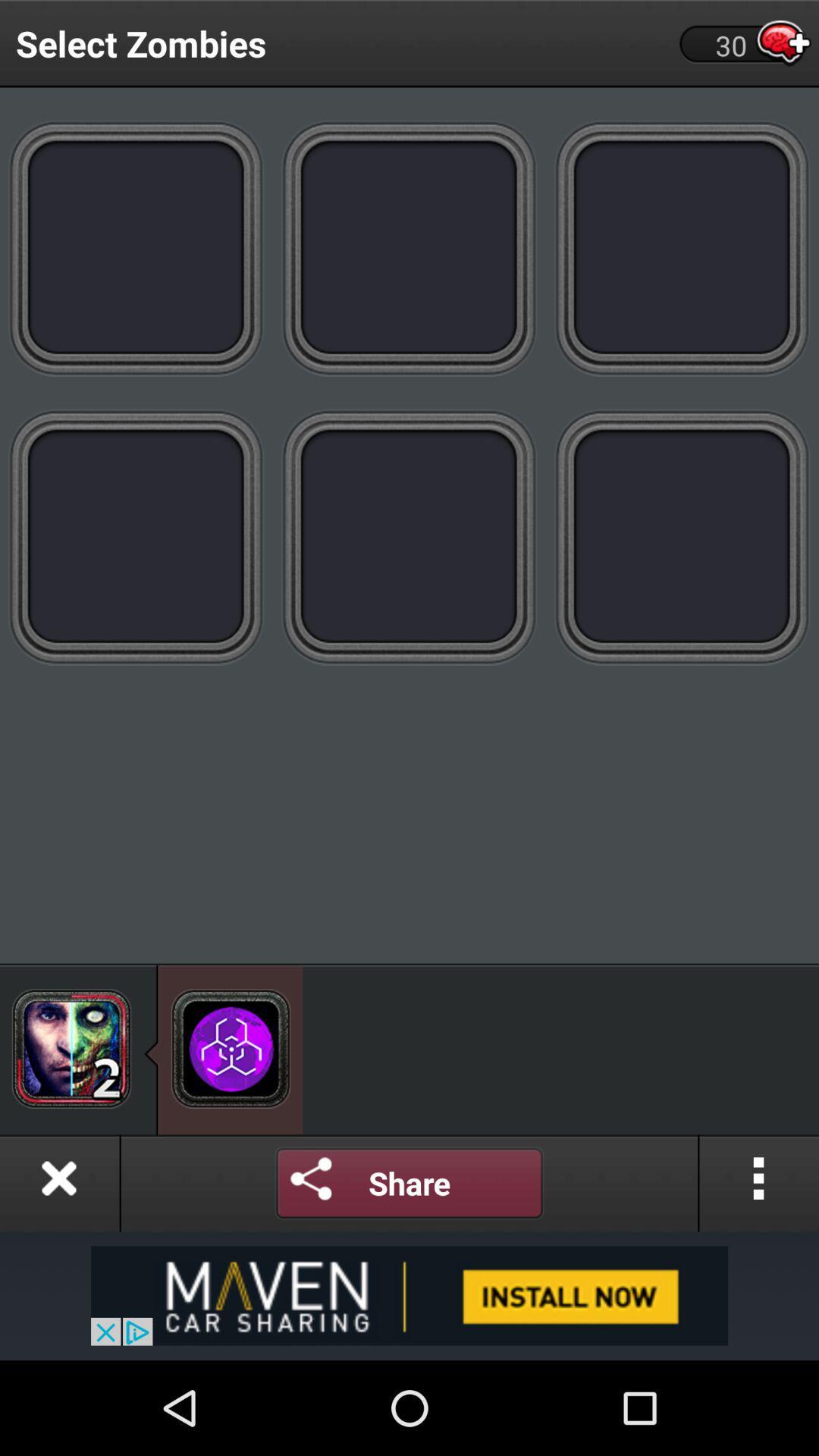  Describe the element at coordinates (409, 1182) in the screenshot. I see `share` at that location.